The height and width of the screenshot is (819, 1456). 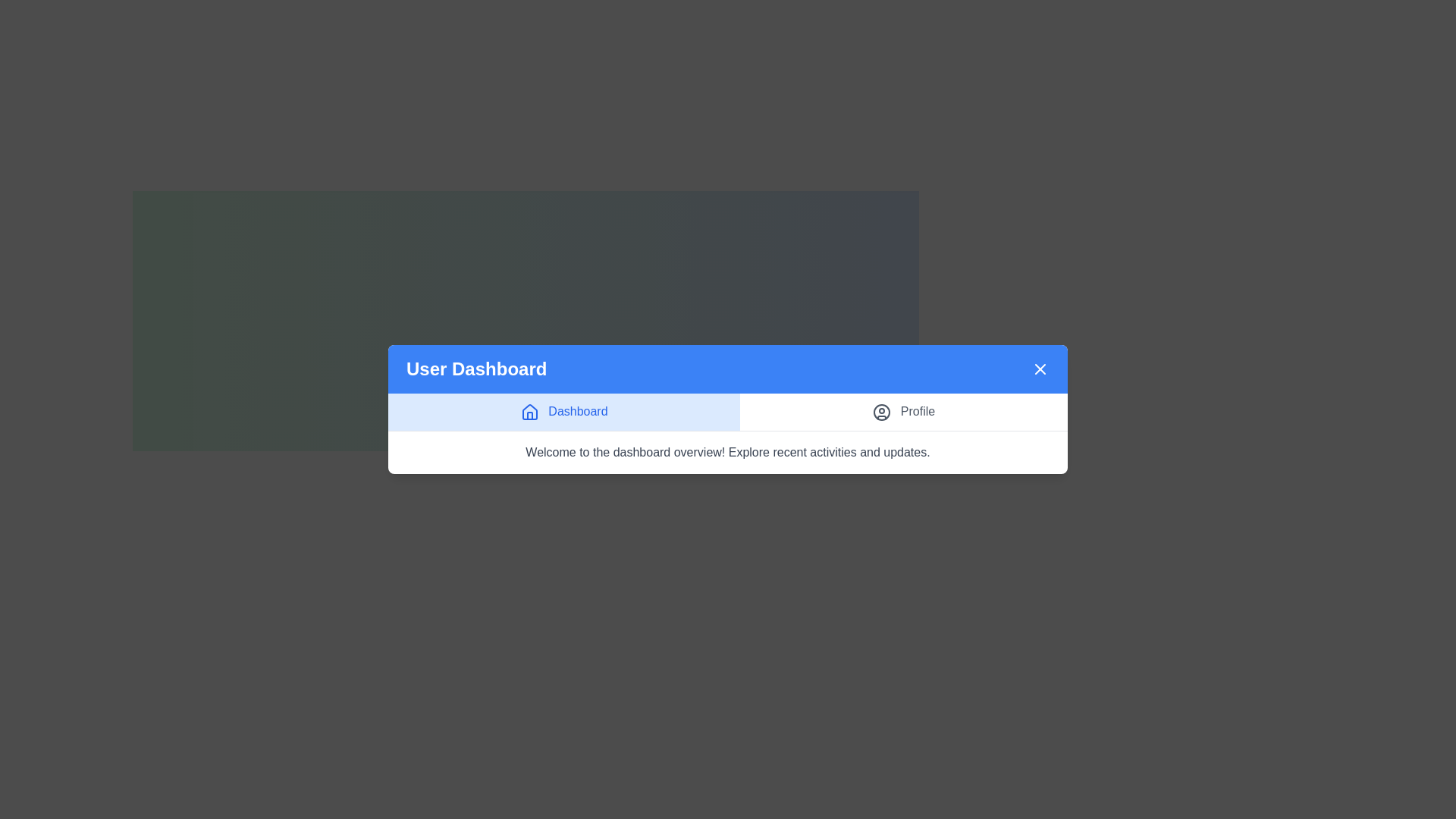 What do you see at coordinates (563, 412) in the screenshot?
I see `the 'Dashboard' tab button, which is styled as a tab with a house icon and is the first tab in the menu` at bounding box center [563, 412].